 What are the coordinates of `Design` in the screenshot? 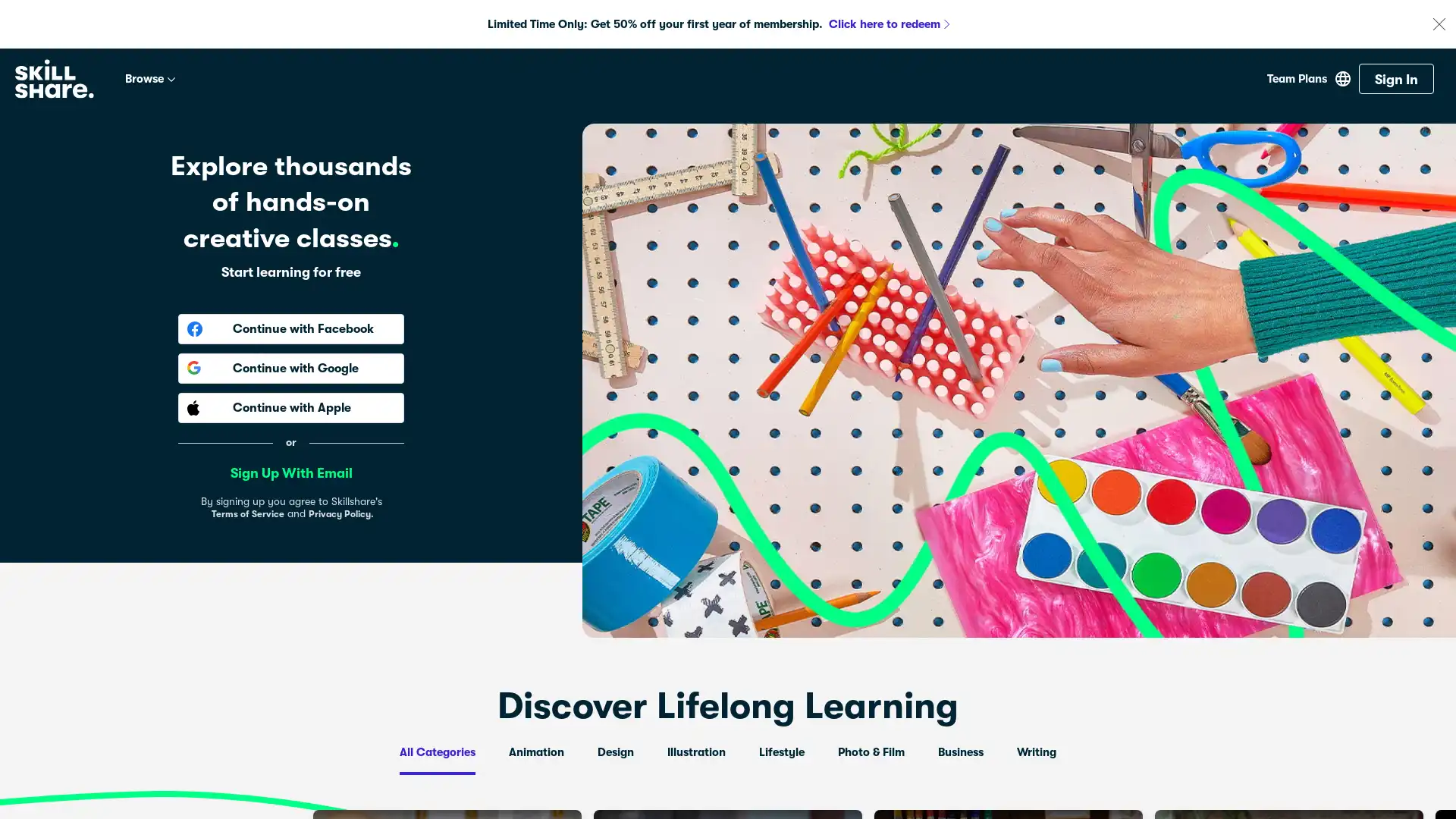 It's located at (615, 757).